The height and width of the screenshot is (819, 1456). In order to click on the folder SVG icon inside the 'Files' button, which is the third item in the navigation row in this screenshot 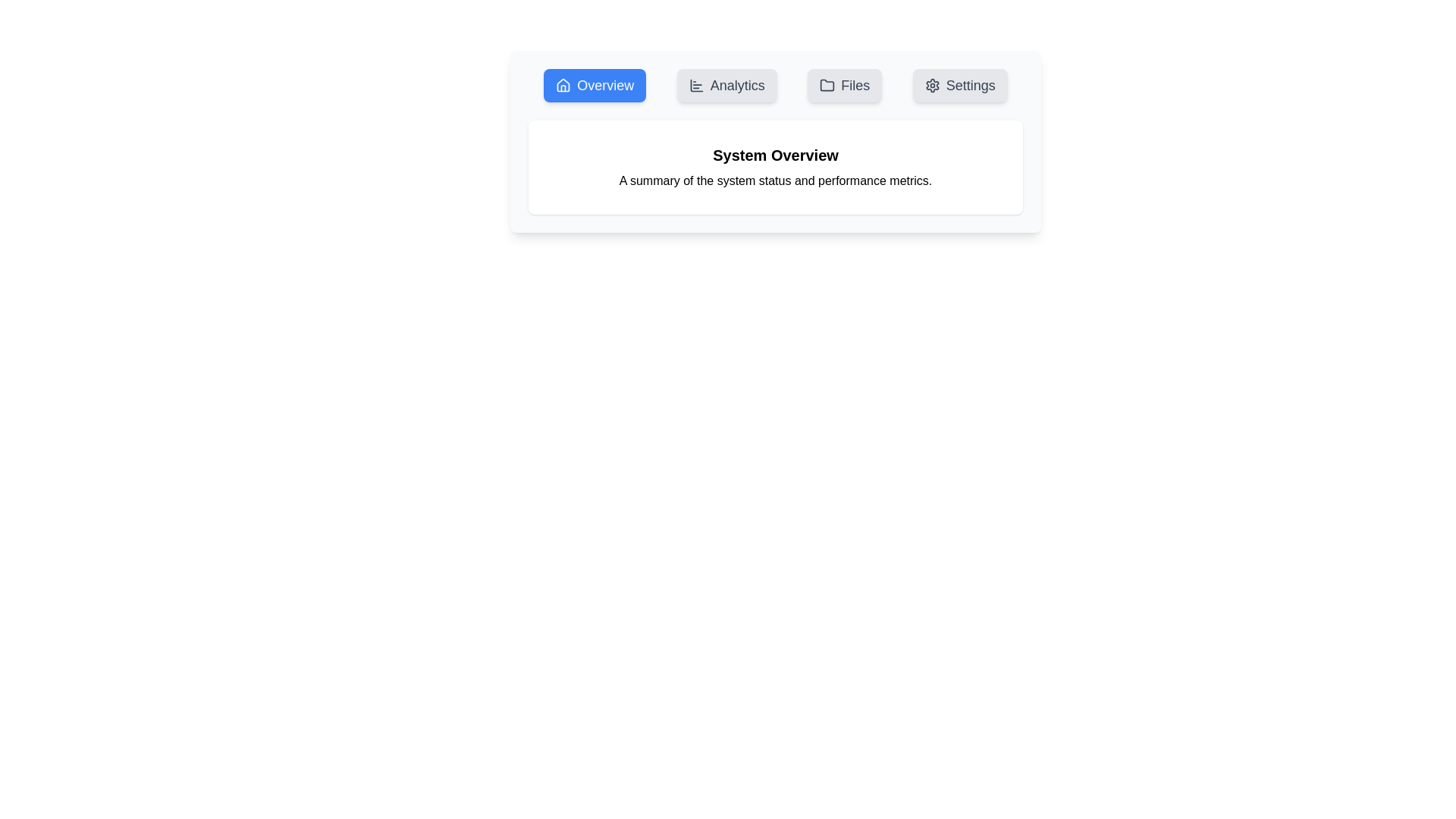, I will do `click(827, 85)`.